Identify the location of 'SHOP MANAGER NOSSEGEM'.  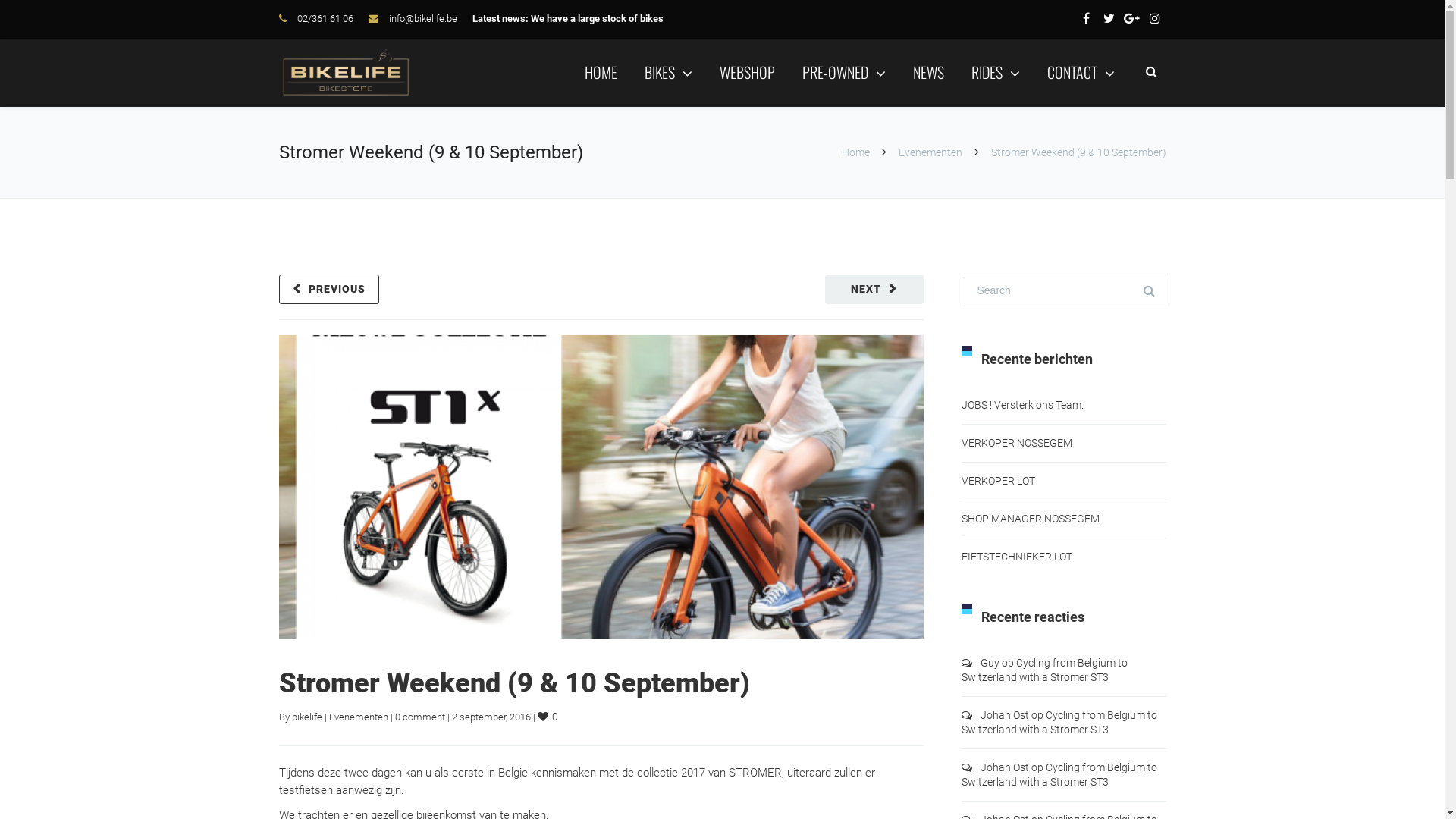
(1030, 517).